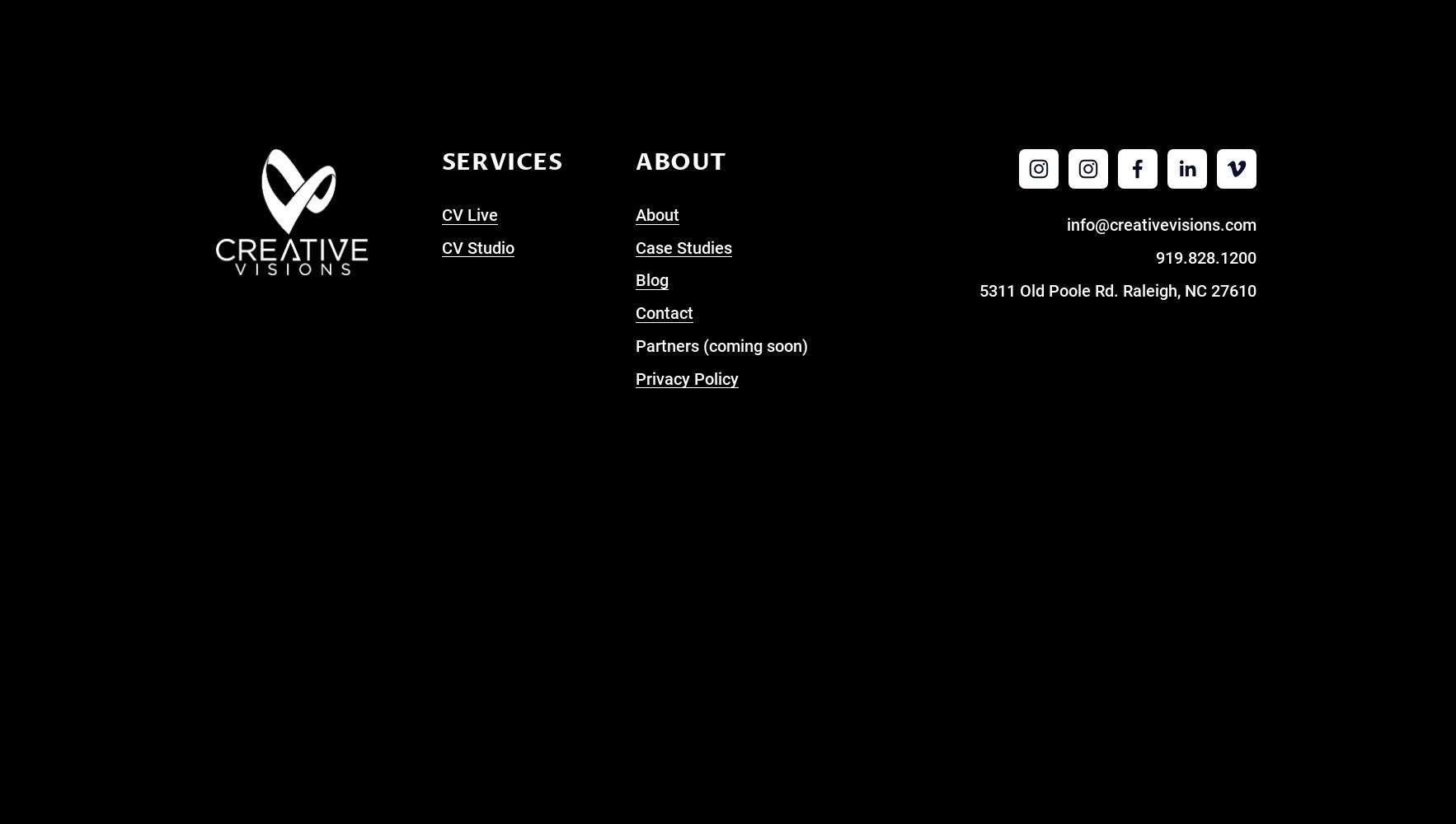 This screenshot has height=824, width=1456. I want to click on 'Services', so click(440, 162).